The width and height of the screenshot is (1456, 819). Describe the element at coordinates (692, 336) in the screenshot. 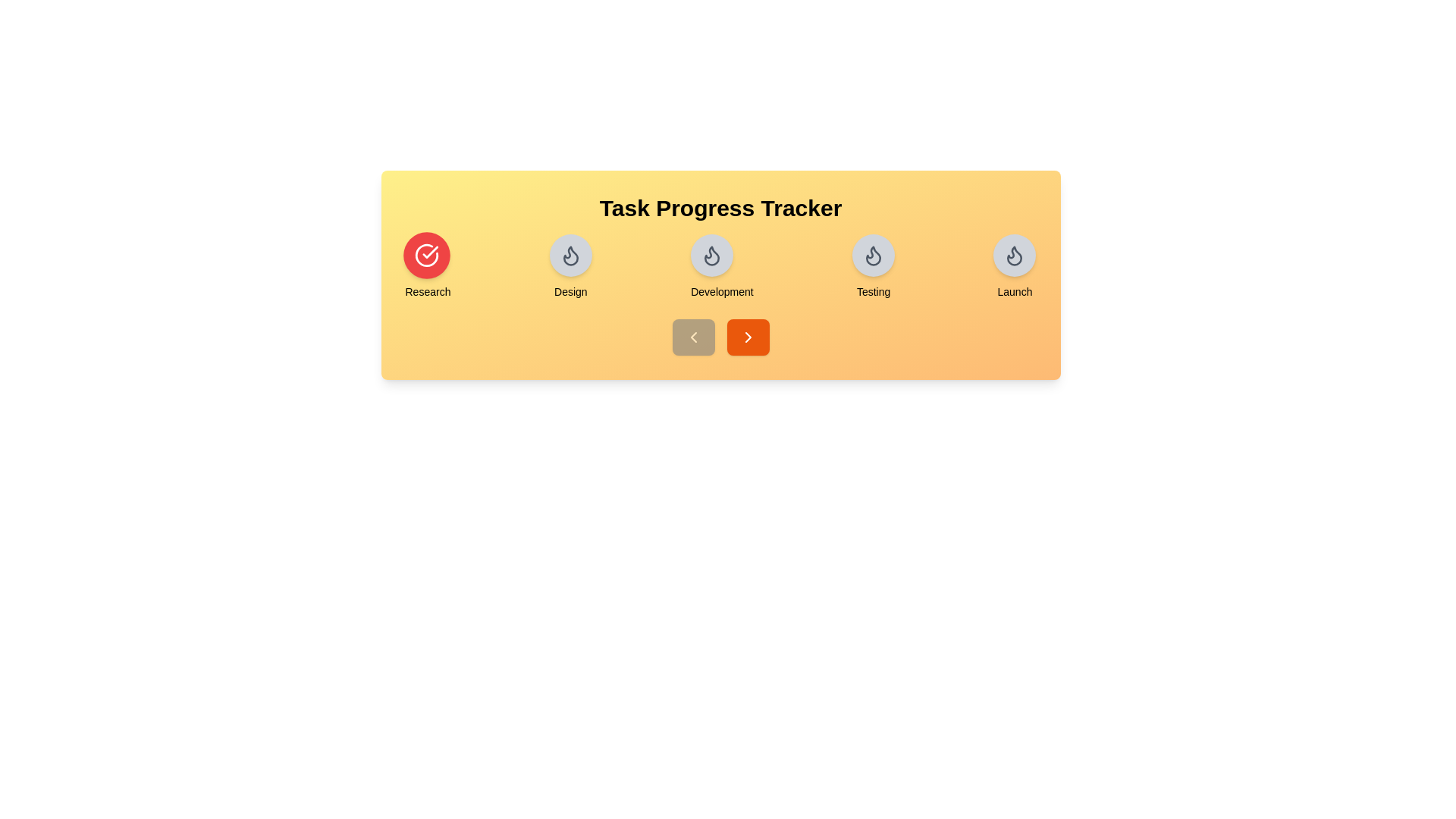

I see `the left-pointing chevron icon located on a muted background button at the lower center part of the interface, positioned to the left of a right-pointing chevron button` at that location.